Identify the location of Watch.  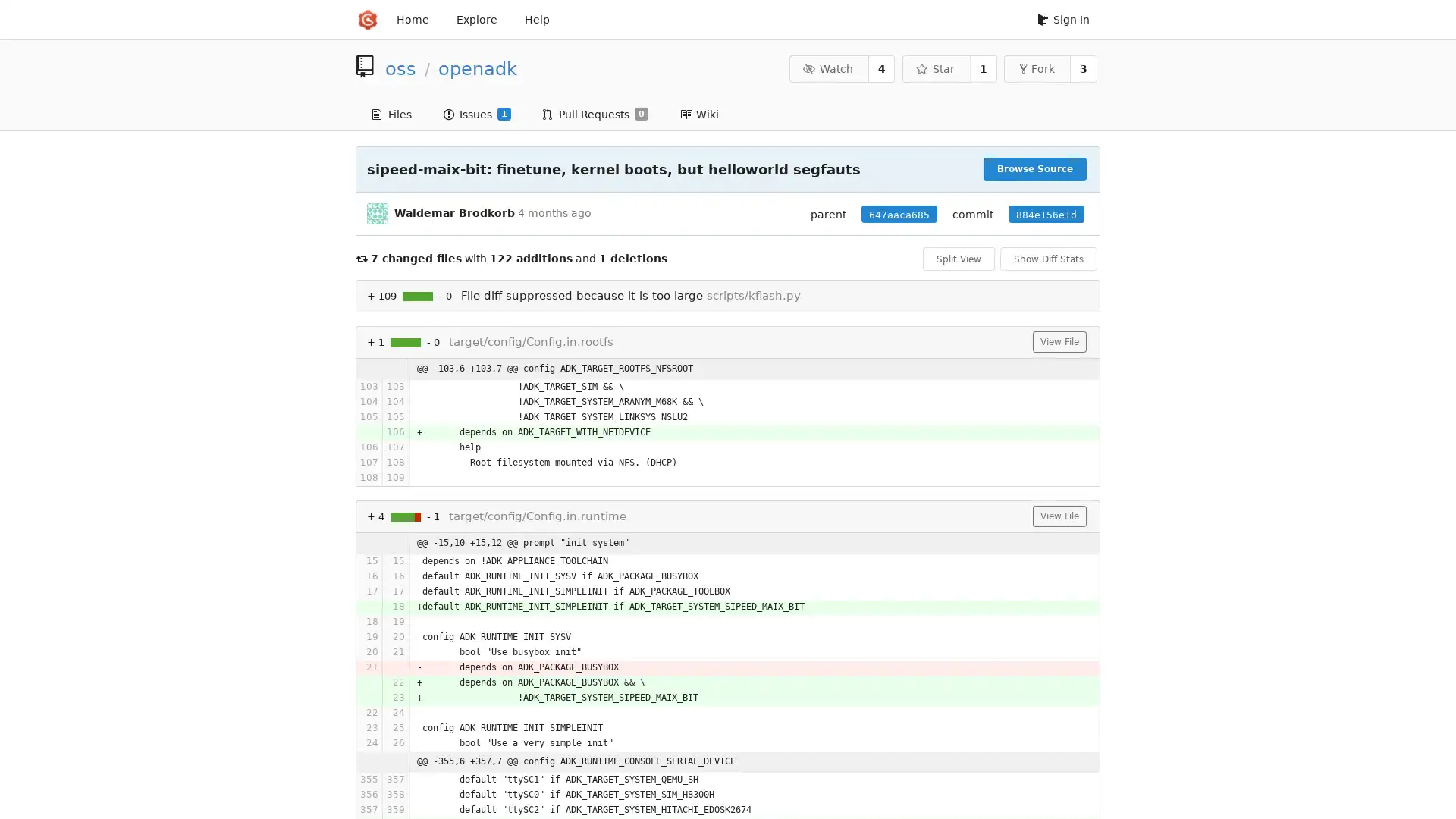
(828, 69).